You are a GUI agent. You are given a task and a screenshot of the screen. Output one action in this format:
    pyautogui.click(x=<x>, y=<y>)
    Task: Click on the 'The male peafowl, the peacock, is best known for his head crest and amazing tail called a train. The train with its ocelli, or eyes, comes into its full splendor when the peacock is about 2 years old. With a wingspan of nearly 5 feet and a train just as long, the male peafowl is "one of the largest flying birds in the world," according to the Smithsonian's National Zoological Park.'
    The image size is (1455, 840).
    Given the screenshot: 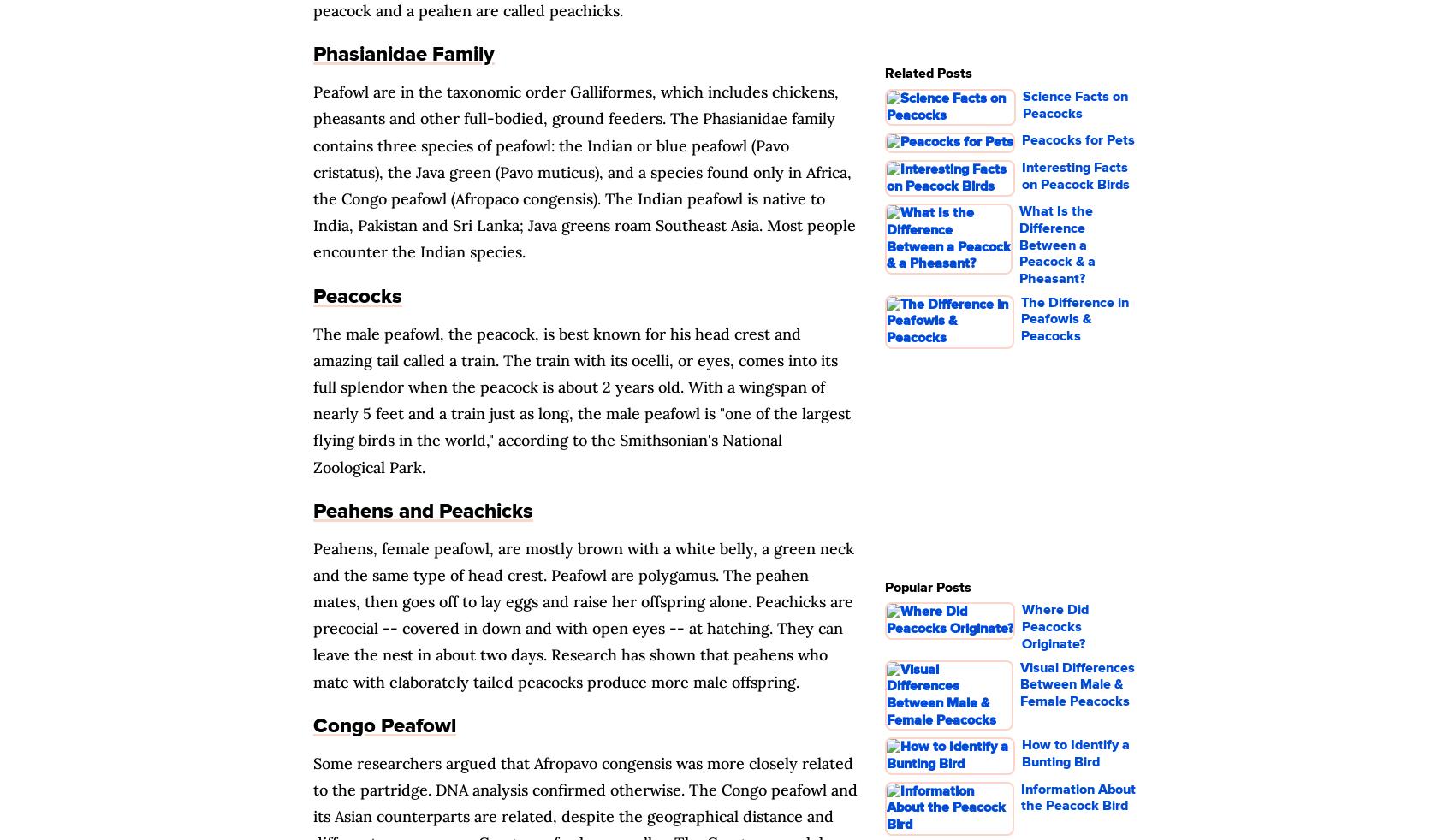 What is the action you would take?
    pyautogui.click(x=582, y=399)
    